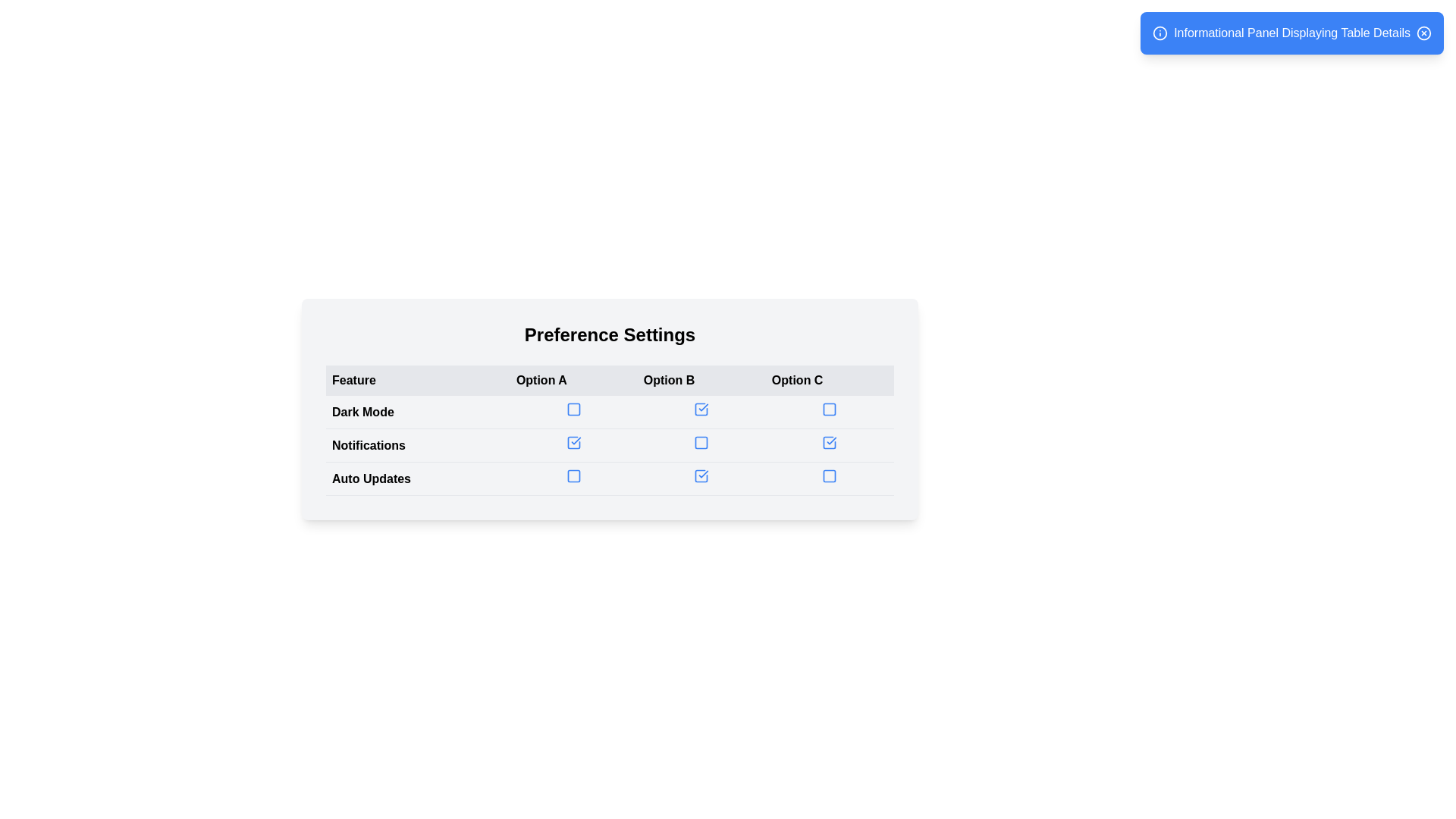  Describe the element at coordinates (573, 409) in the screenshot. I see `the blue hollow checkbox under the 'Option A' column in the 'Preference Settings' table` at that location.